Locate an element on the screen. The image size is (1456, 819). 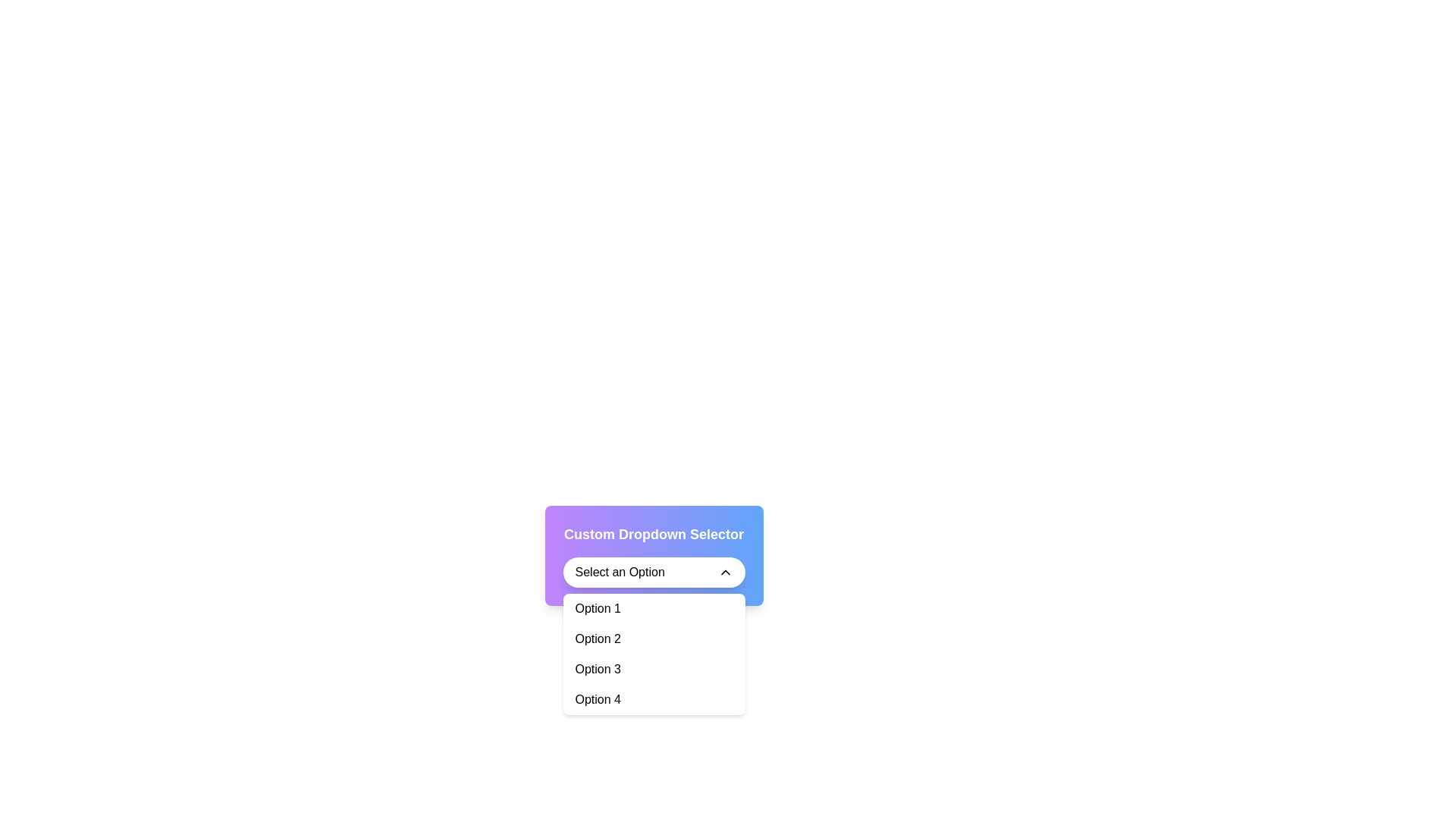
the text label displaying 'Select an Option' within the 'Custom Dropdown Selector' button, which is styled with a white background and rounded corners is located at coordinates (620, 573).